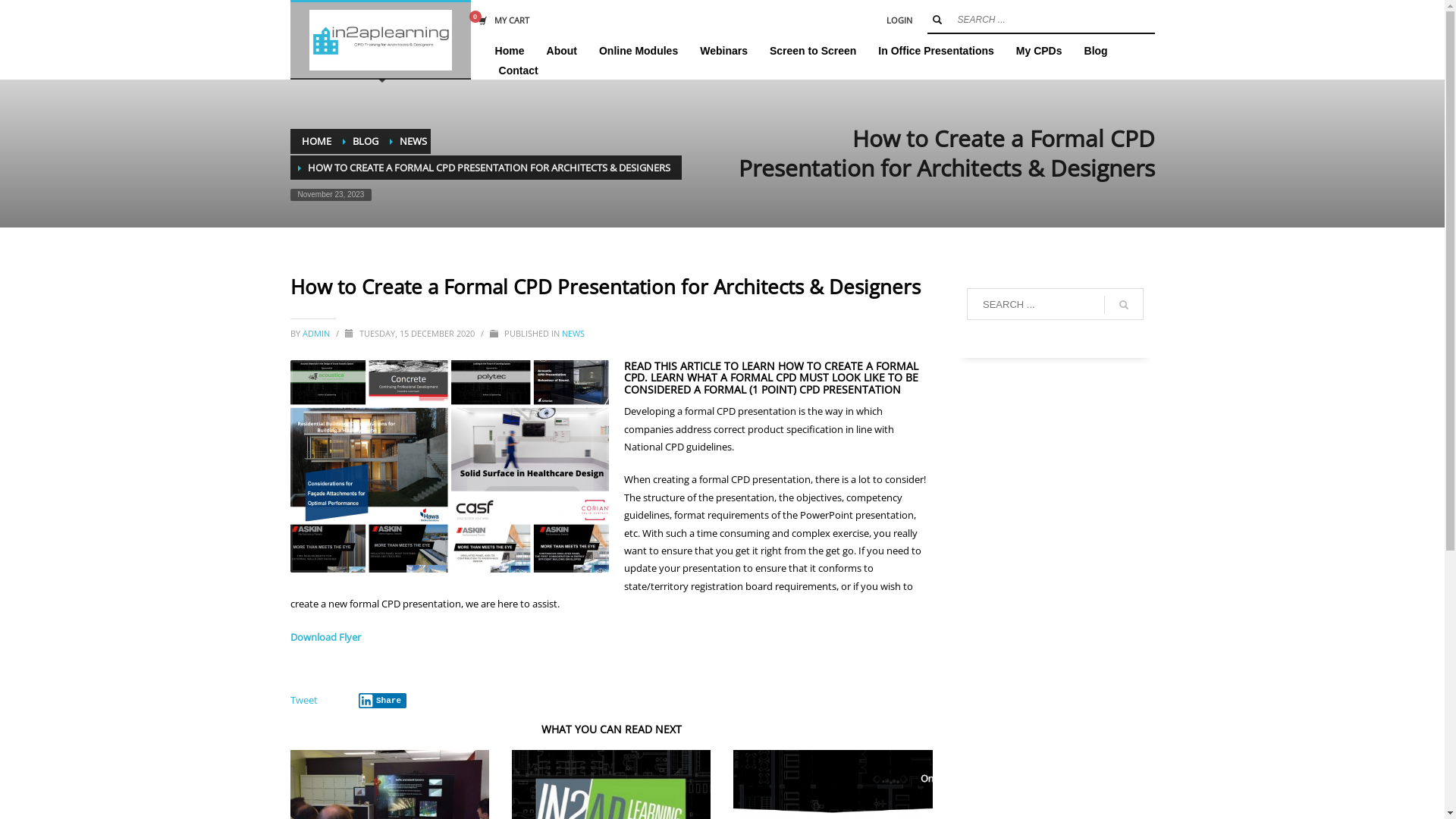  Describe the element at coordinates (315, 332) in the screenshot. I see `'ADMIN'` at that location.